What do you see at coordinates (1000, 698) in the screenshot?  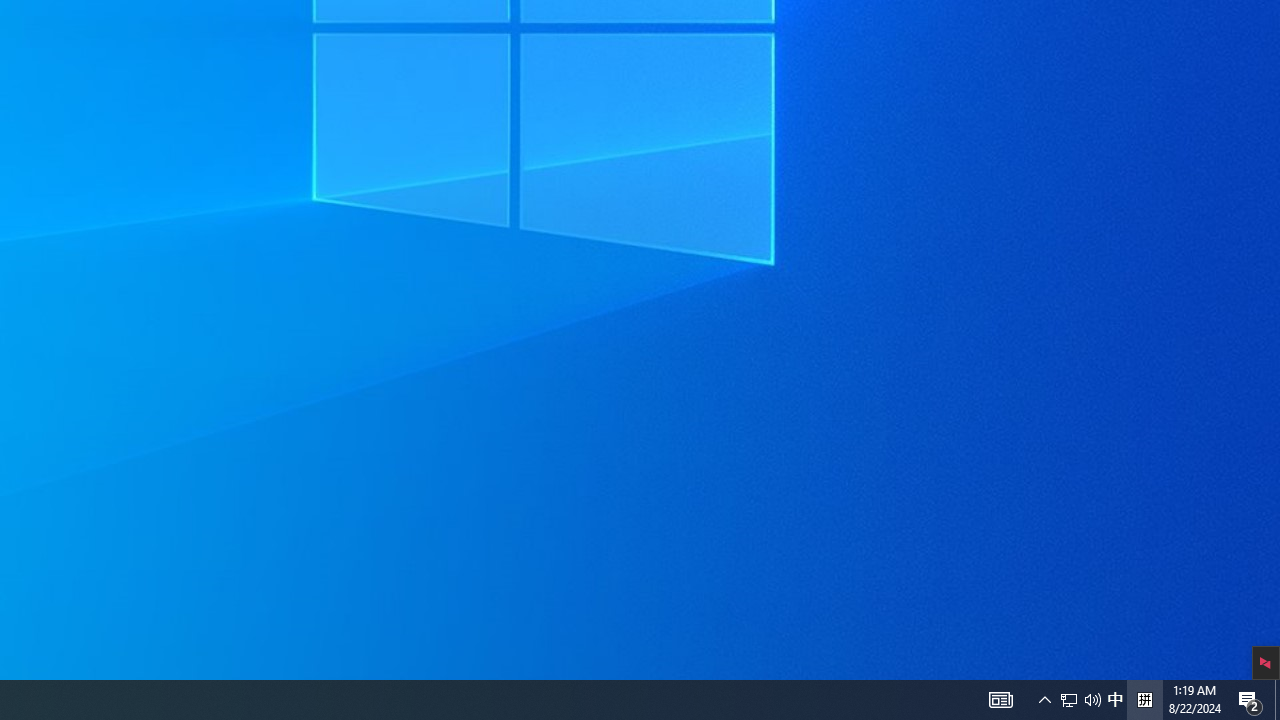 I see `'AutomationID: 4105'` at bounding box center [1000, 698].